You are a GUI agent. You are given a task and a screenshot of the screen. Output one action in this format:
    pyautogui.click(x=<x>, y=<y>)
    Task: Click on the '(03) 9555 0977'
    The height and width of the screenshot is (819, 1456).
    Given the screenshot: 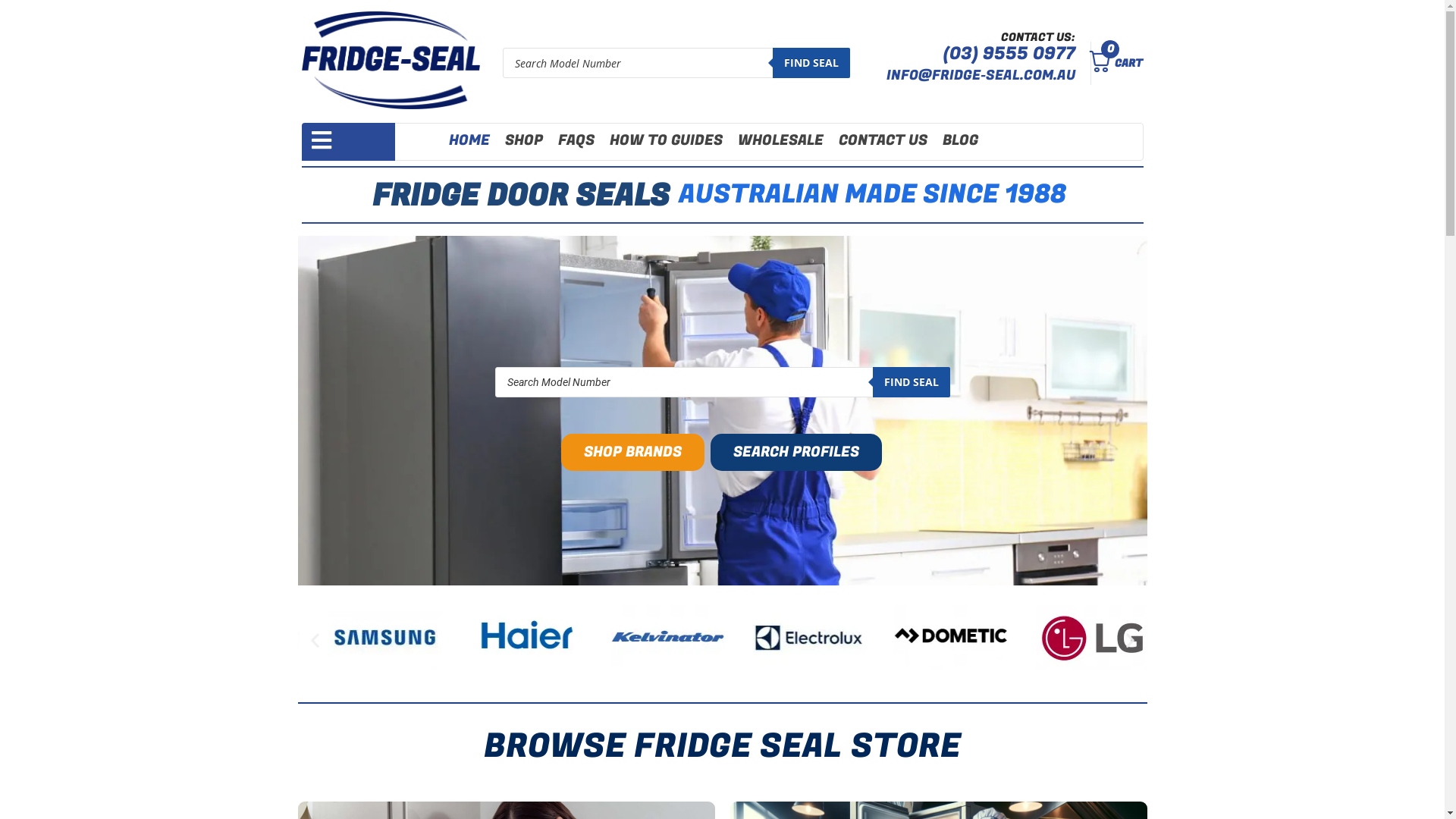 What is the action you would take?
    pyautogui.click(x=1009, y=52)
    